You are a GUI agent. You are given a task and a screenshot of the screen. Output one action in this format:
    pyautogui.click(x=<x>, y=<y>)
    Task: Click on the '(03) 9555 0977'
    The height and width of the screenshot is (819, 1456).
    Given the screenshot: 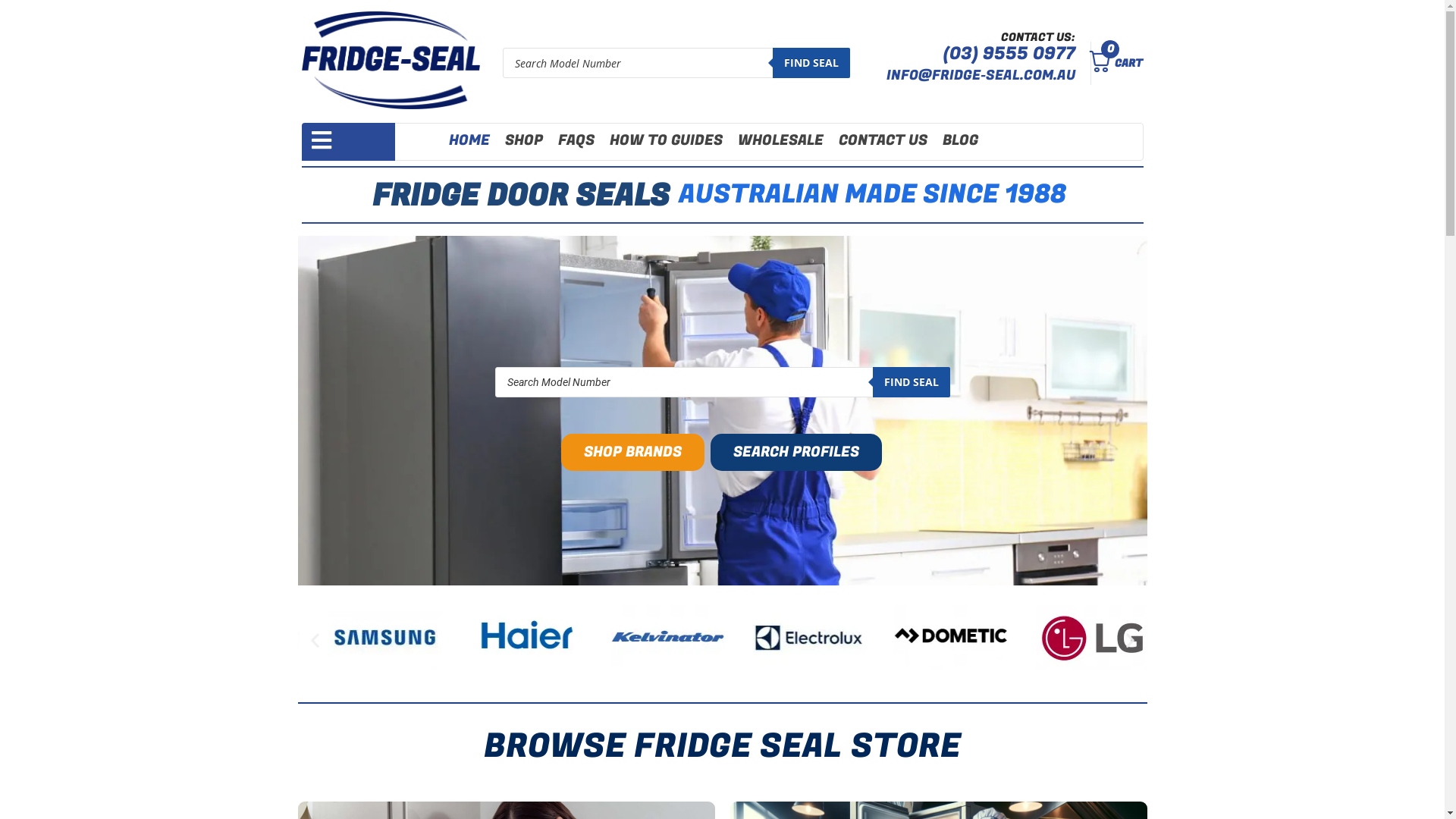 What is the action you would take?
    pyautogui.click(x=1009, y=52)
    